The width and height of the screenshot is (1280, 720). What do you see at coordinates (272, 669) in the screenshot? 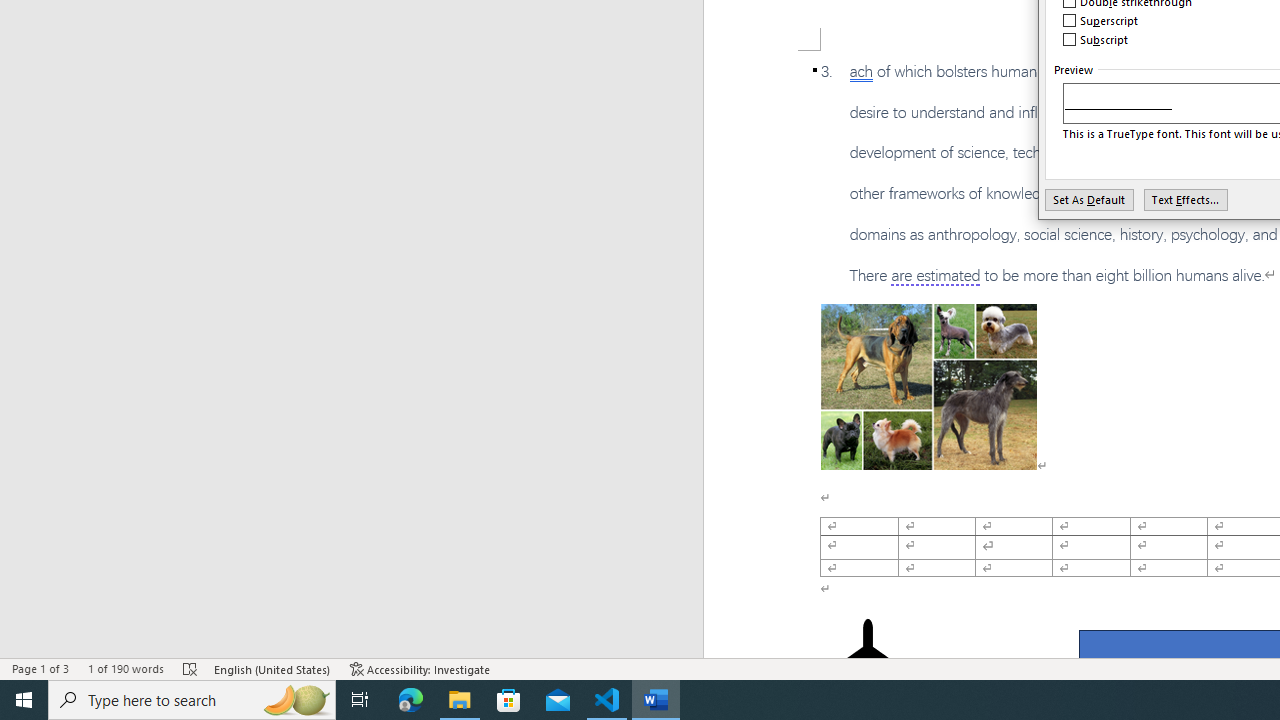
I see `'Language English (United States)'` at bounding box center [272, 669].